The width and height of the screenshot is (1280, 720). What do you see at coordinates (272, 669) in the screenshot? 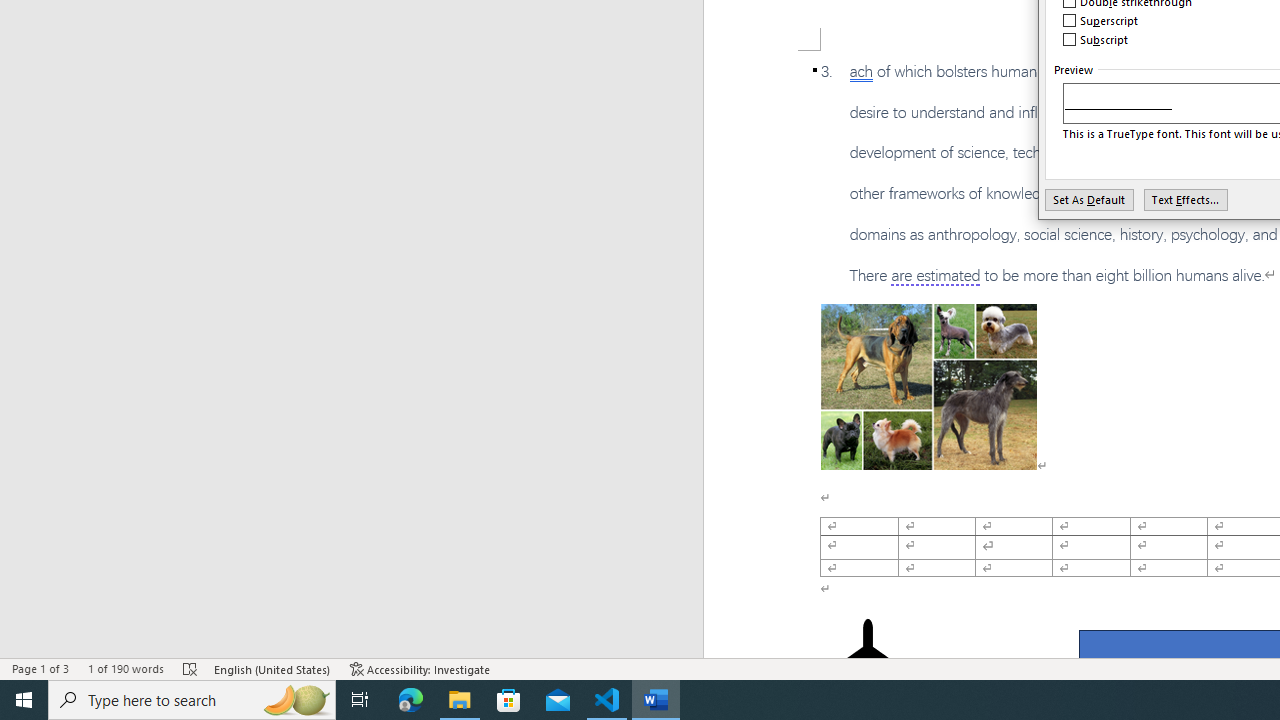
I see `'Language English (United States)'` at bounding box center [272, 669].